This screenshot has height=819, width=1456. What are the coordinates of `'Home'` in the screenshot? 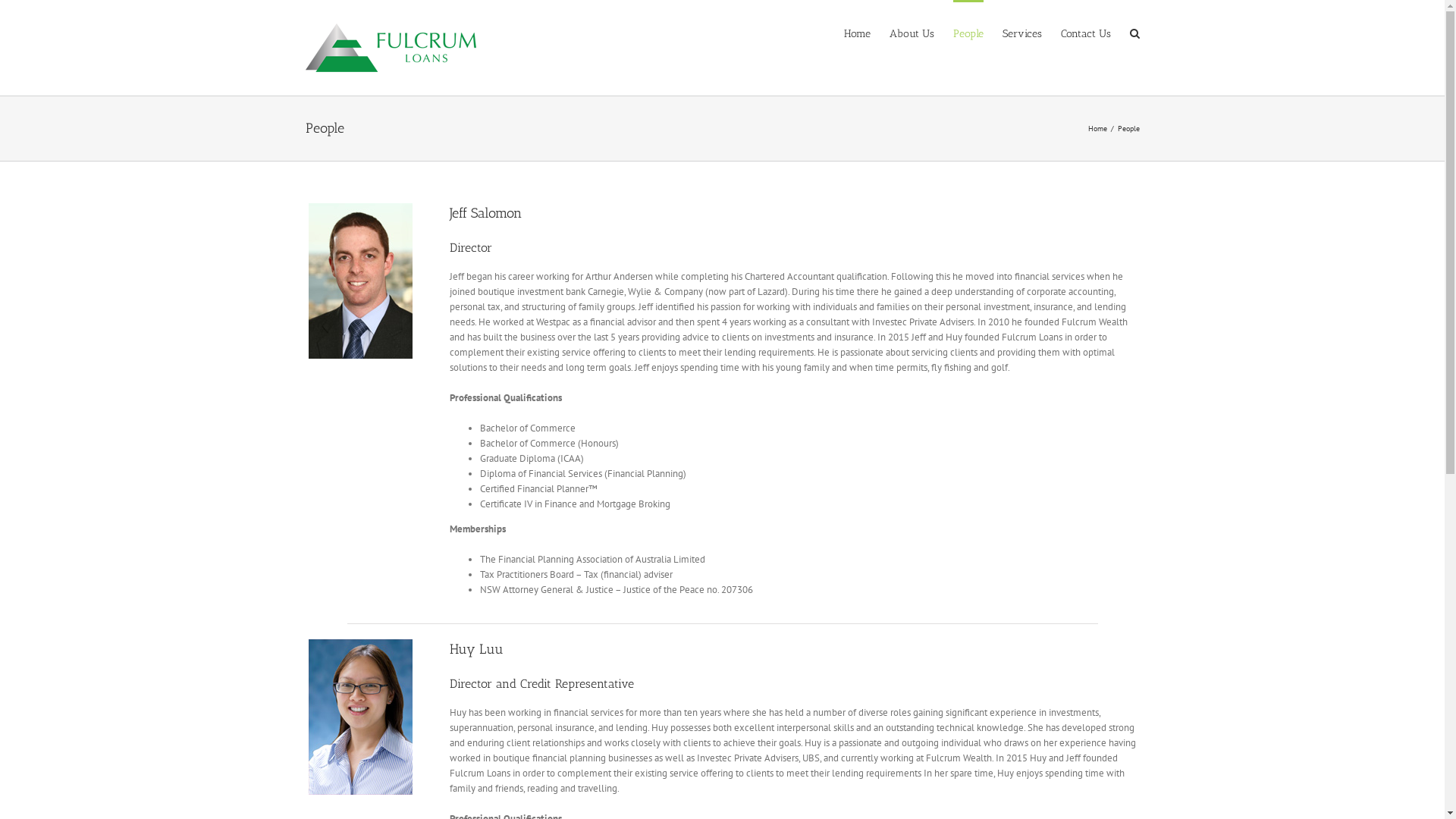 It's located at (1087, 127).